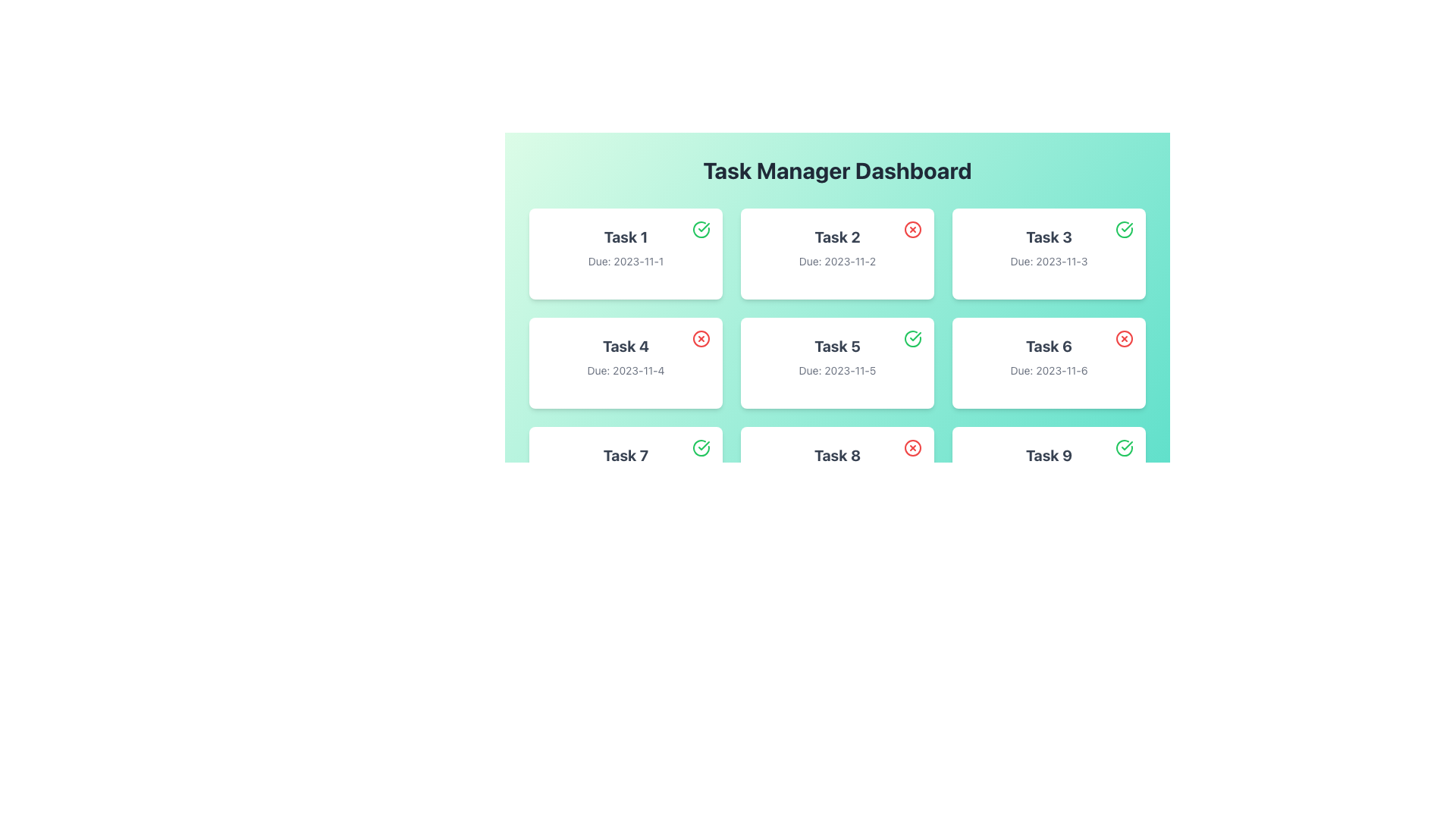 The width and height of the screenshot is (1456, 819). I want to click on text from the title Text Label located at the top-left corner of the task card in the bottom-right corner of the grid layout, so click(1048, 455).